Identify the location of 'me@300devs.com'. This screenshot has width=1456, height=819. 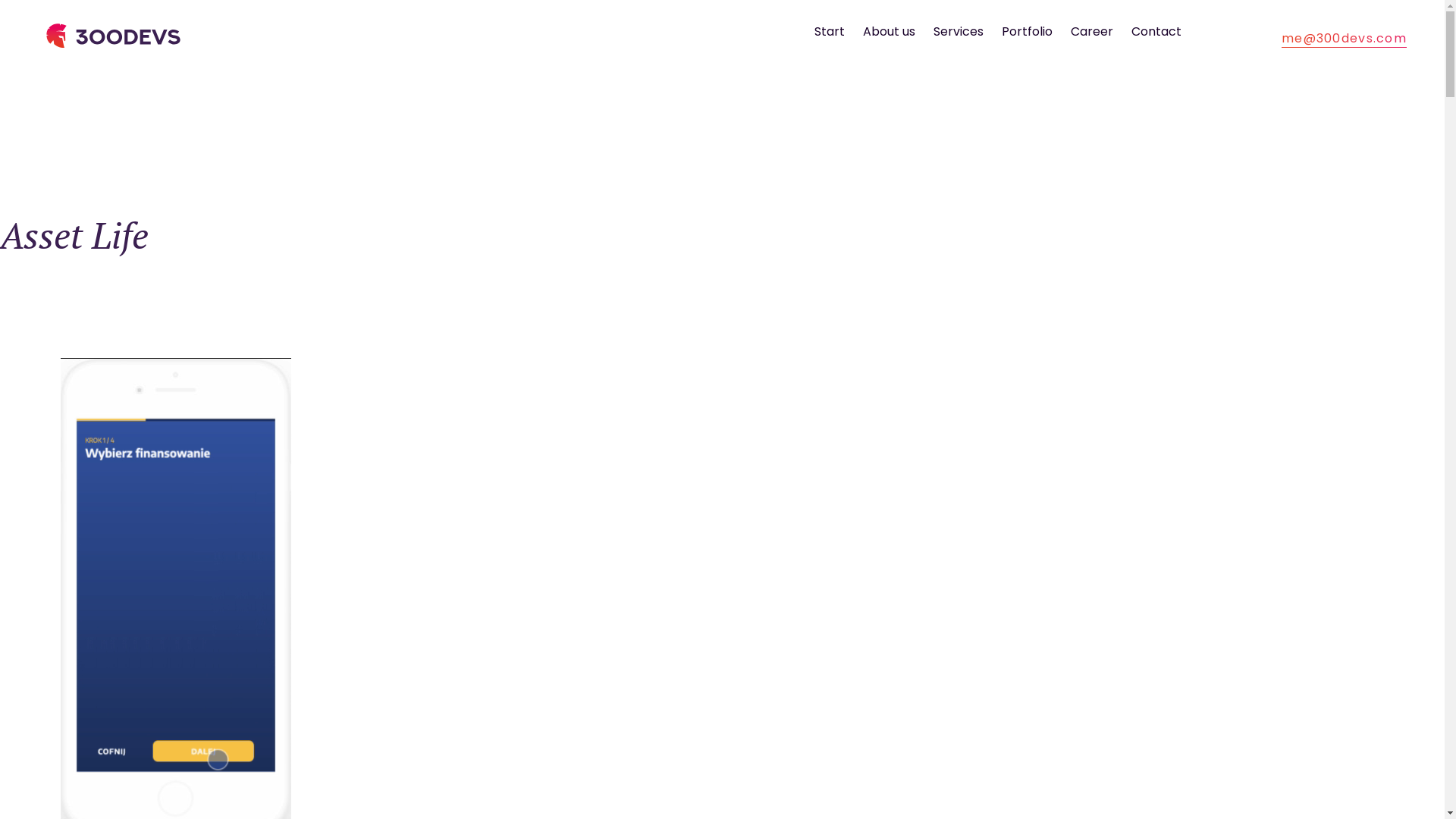
(1280, 37).